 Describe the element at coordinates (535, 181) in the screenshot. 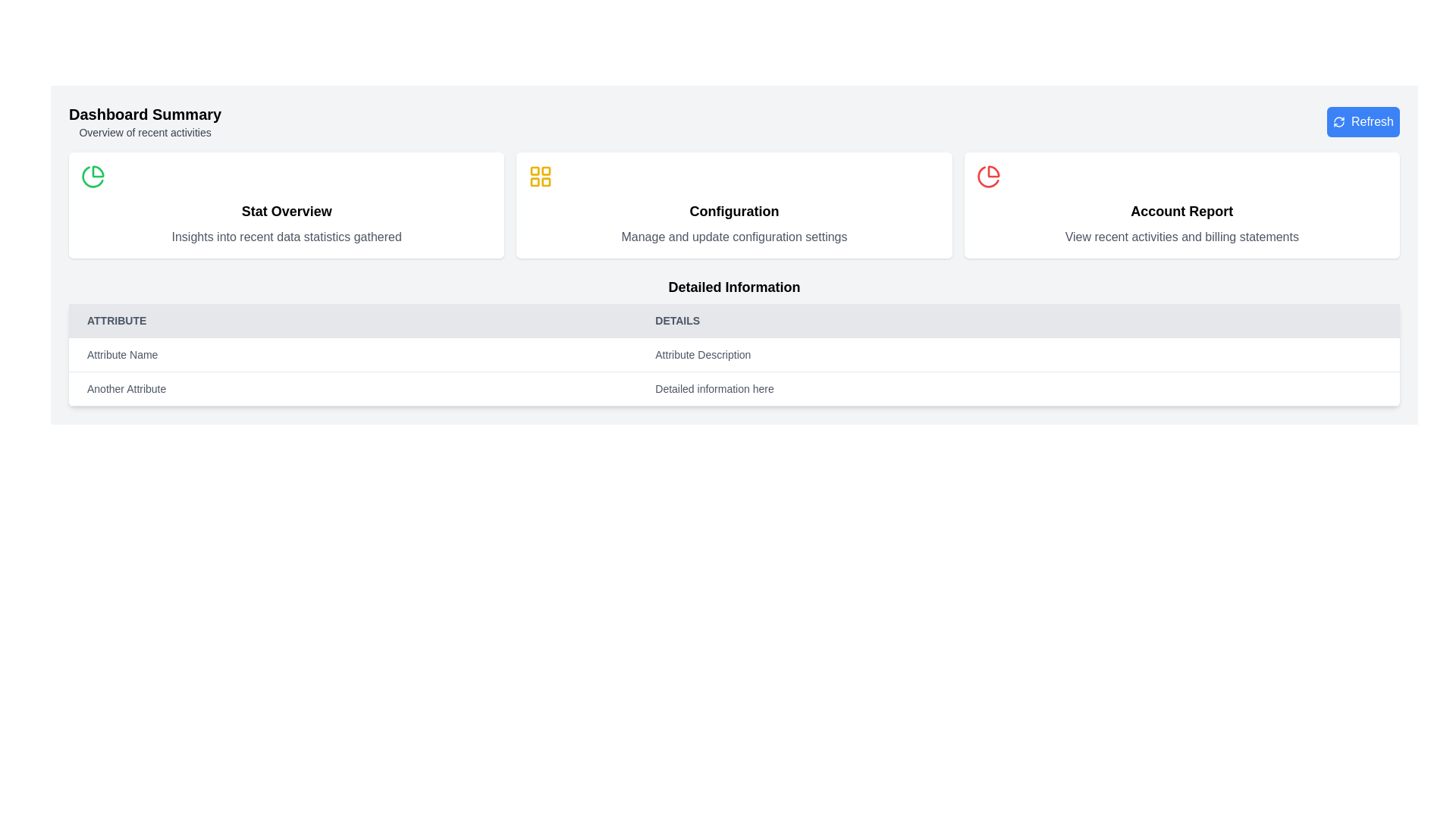

I see `the bottom-left icon segment in the 2x2 grid, located above the 'Configuration' label` at that location.